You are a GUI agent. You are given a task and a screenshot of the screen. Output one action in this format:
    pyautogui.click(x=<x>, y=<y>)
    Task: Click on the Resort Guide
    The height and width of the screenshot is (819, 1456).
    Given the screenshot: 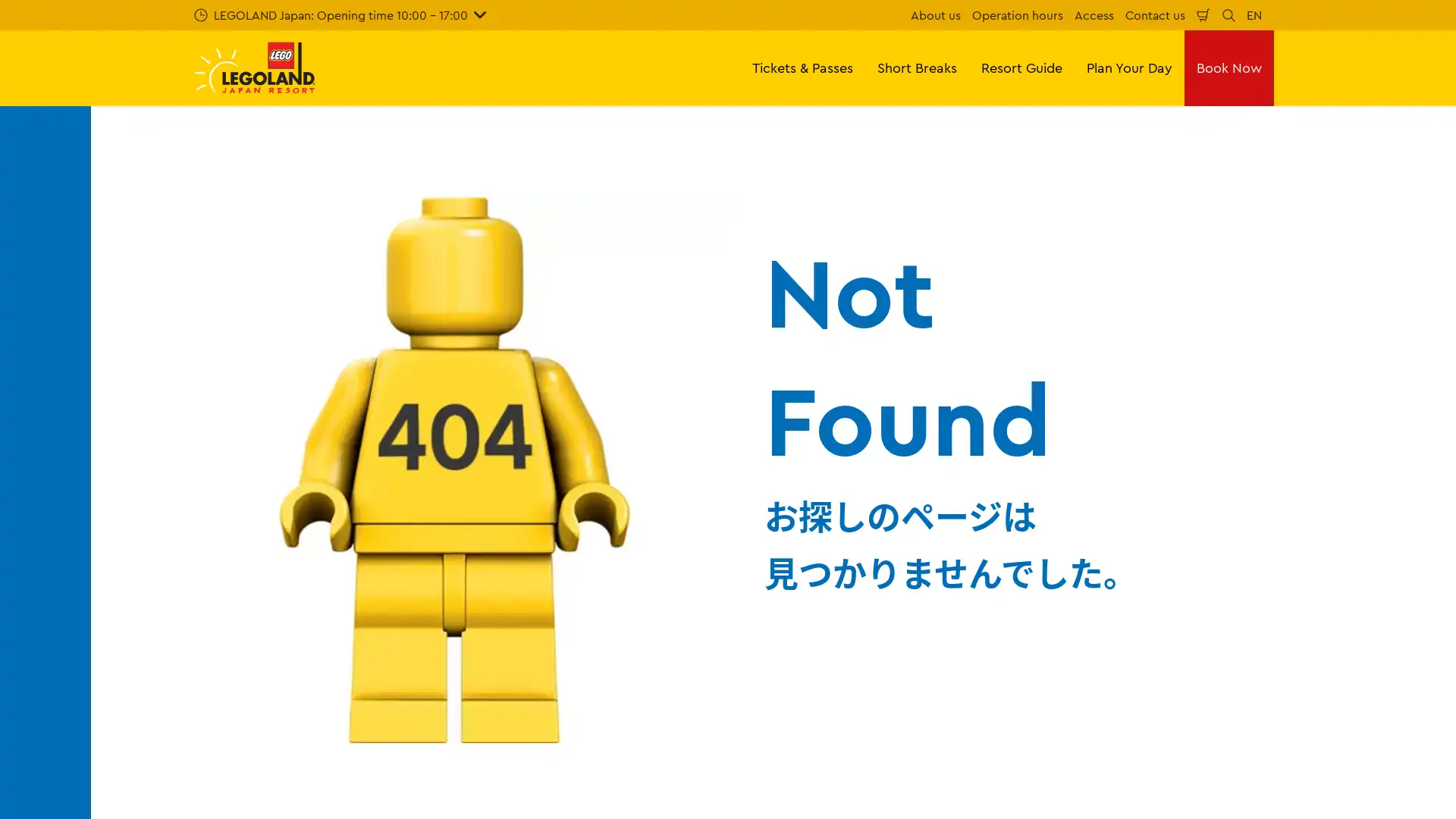 What is the action you would take?
    pyautogui.click(x=1021, y=67)
    